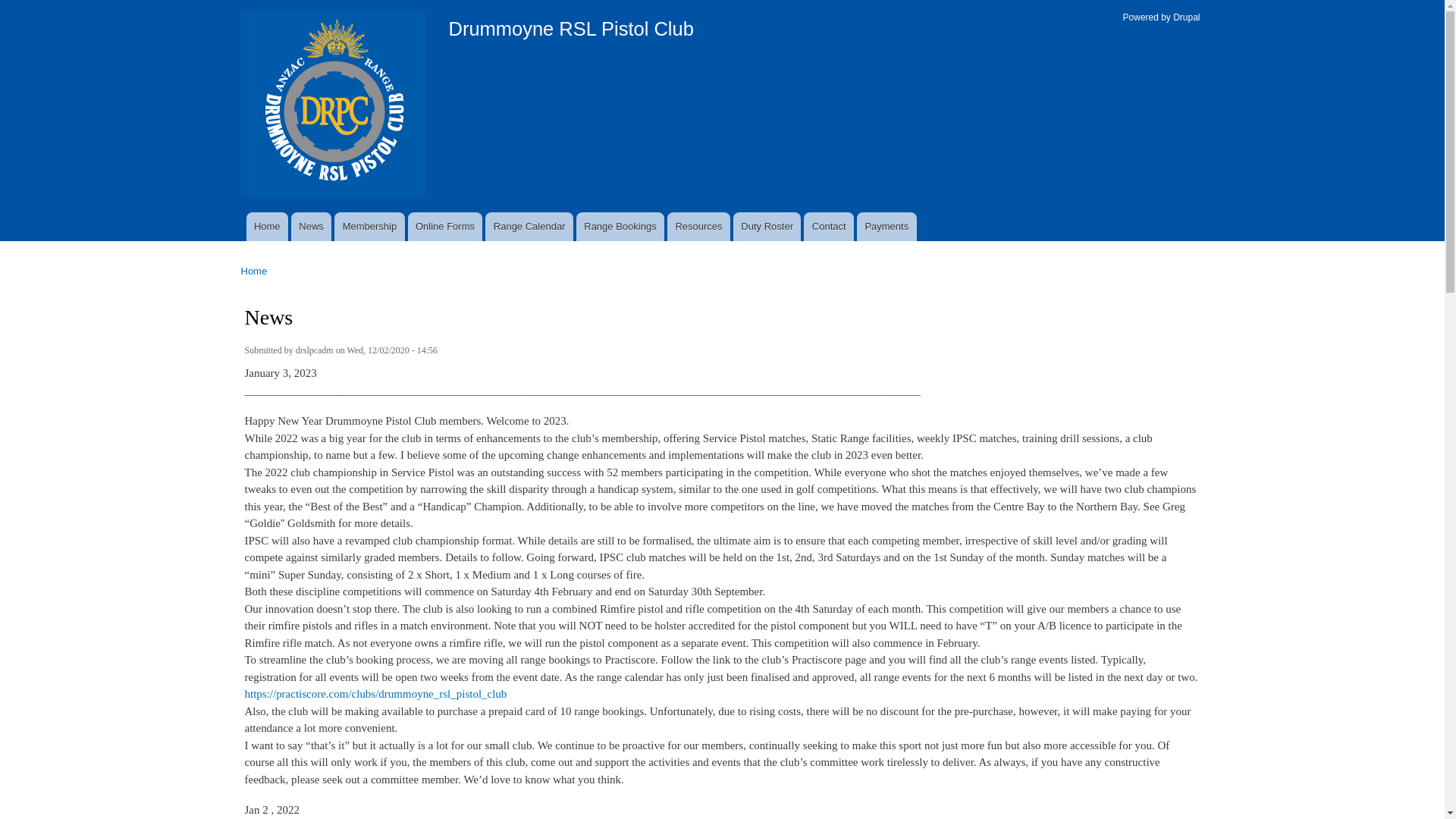 The image size is (1456, 819). What do you see at coordinates (266, 227) in the screenshot?
I see `'Home'` at bounding box center [266, 227].